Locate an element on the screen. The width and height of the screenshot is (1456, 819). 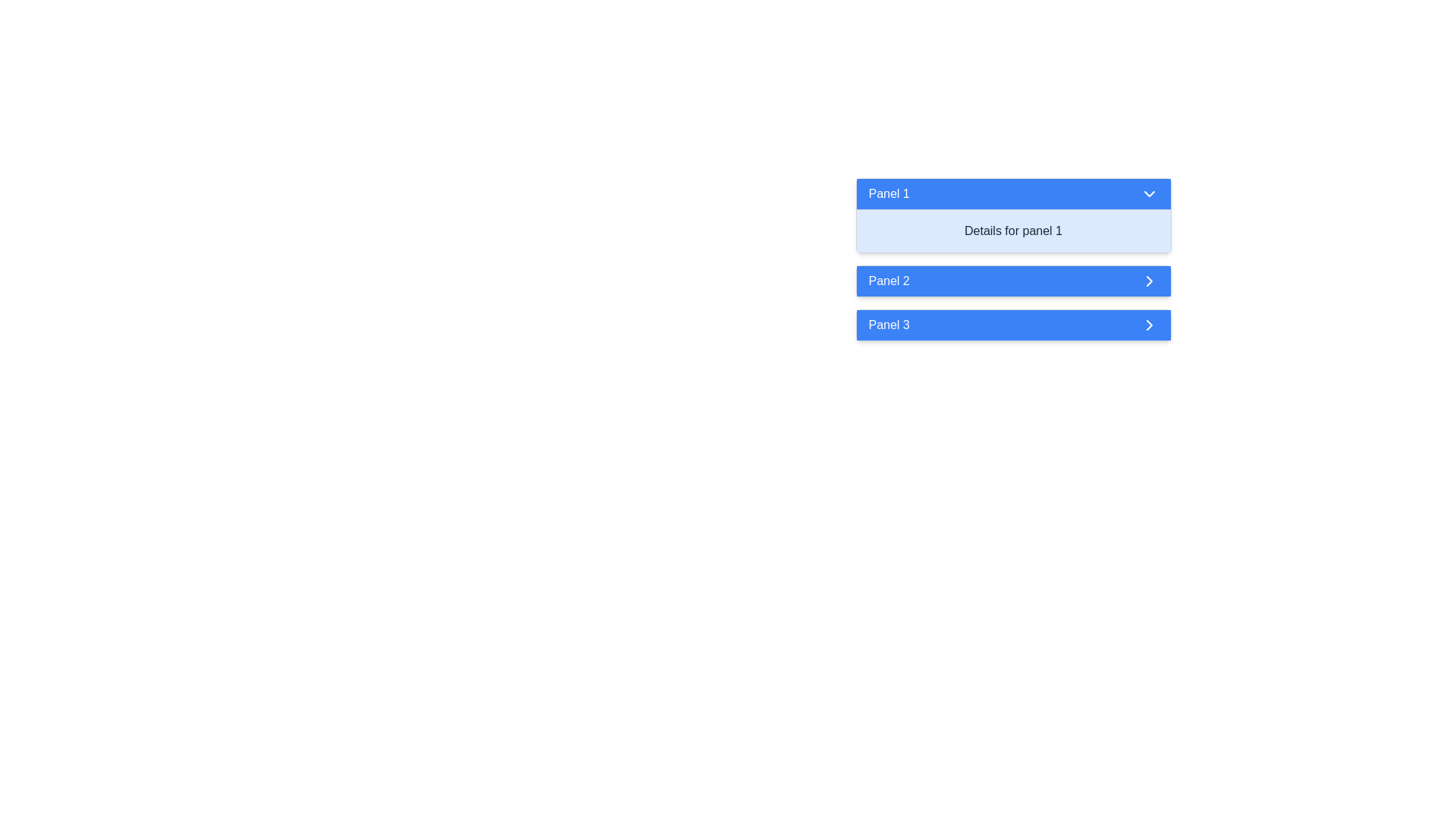
the Label displaying 'Panel 1' in white font against a blue background, located on the left side of the blue panel header is located at coordinates (889, 193).